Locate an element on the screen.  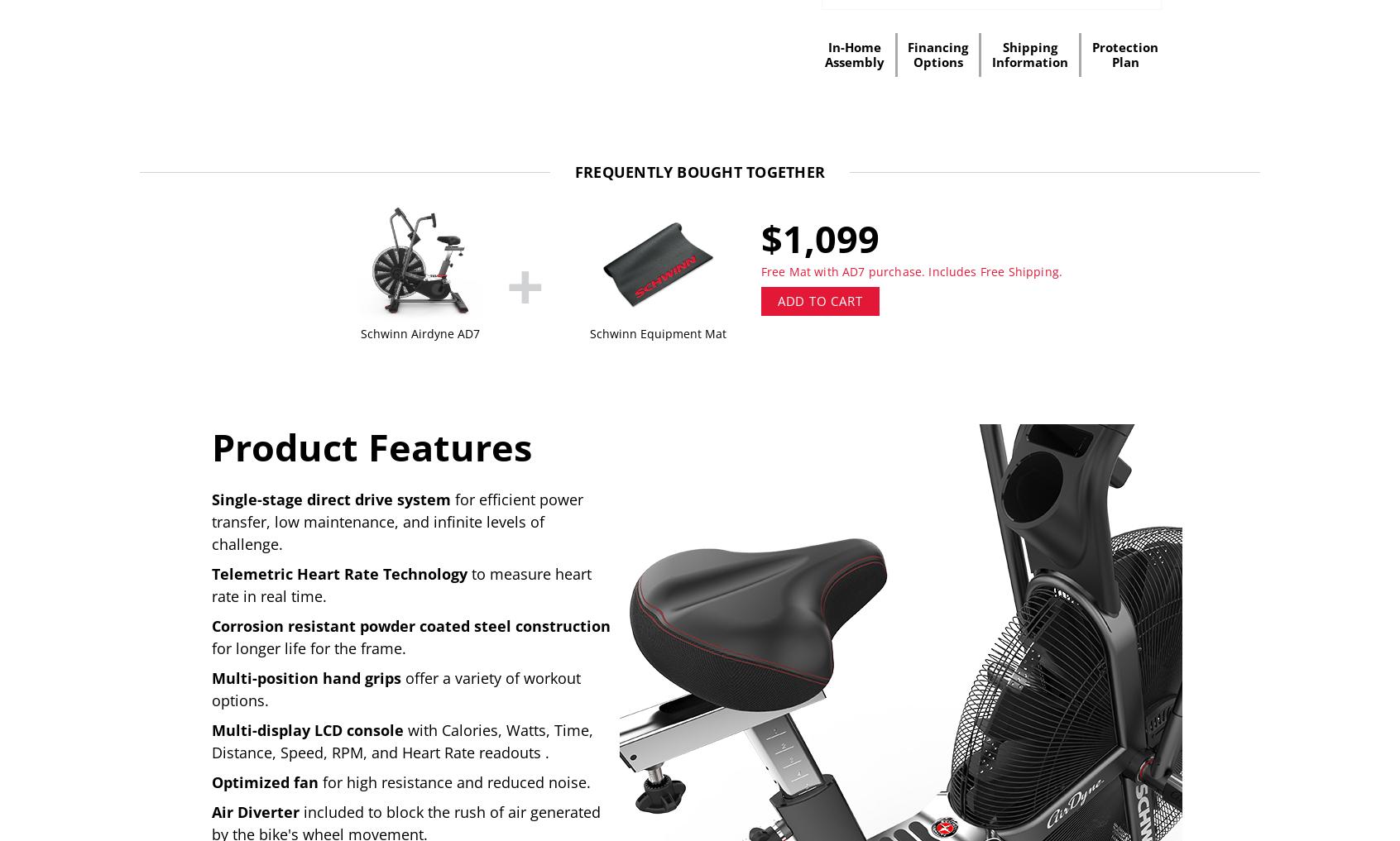
'Add to Cart' is located at coordinates (818, 299).